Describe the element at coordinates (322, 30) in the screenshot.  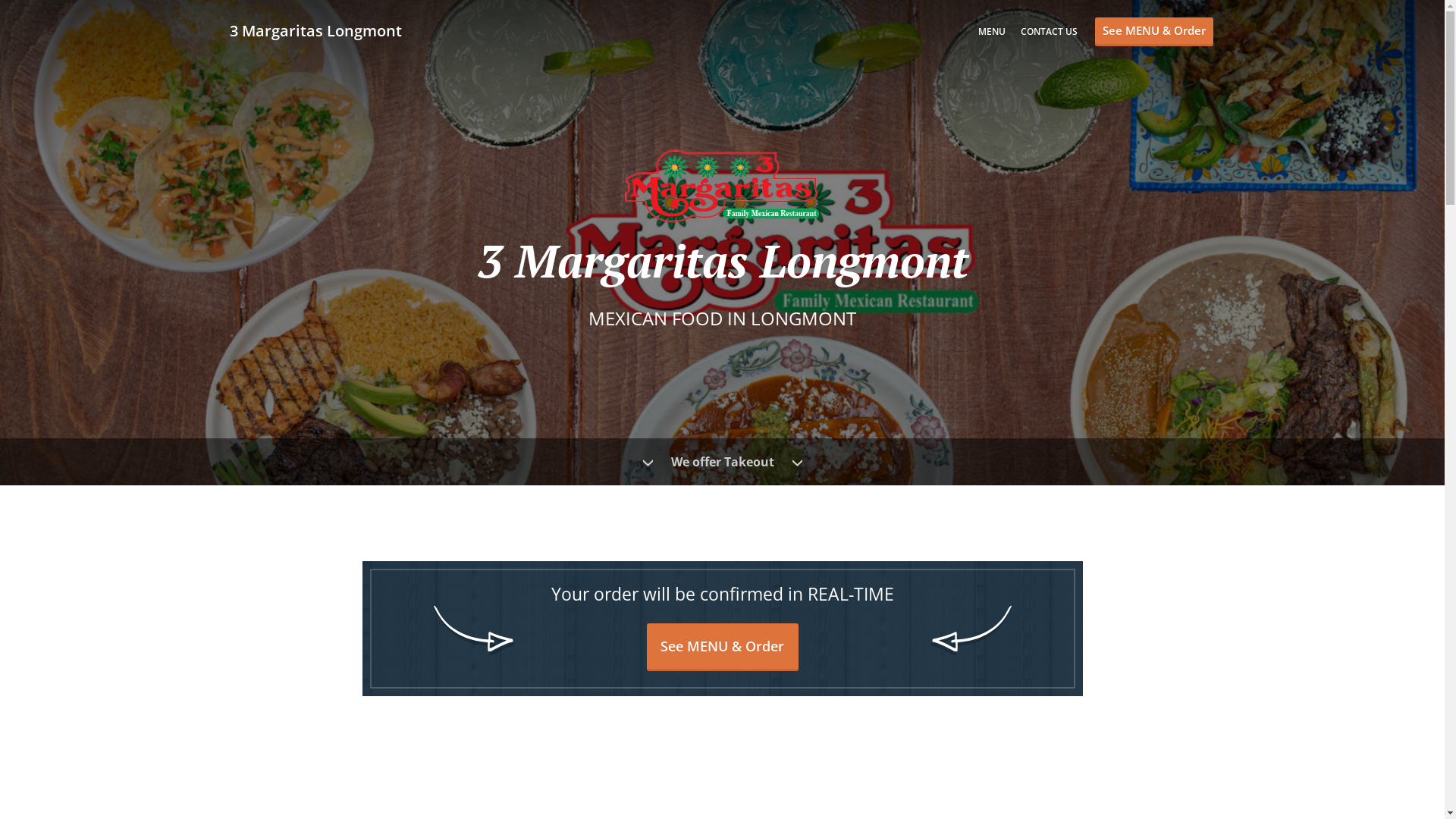
I see `'3 Margaritas Longmont'` at that location.